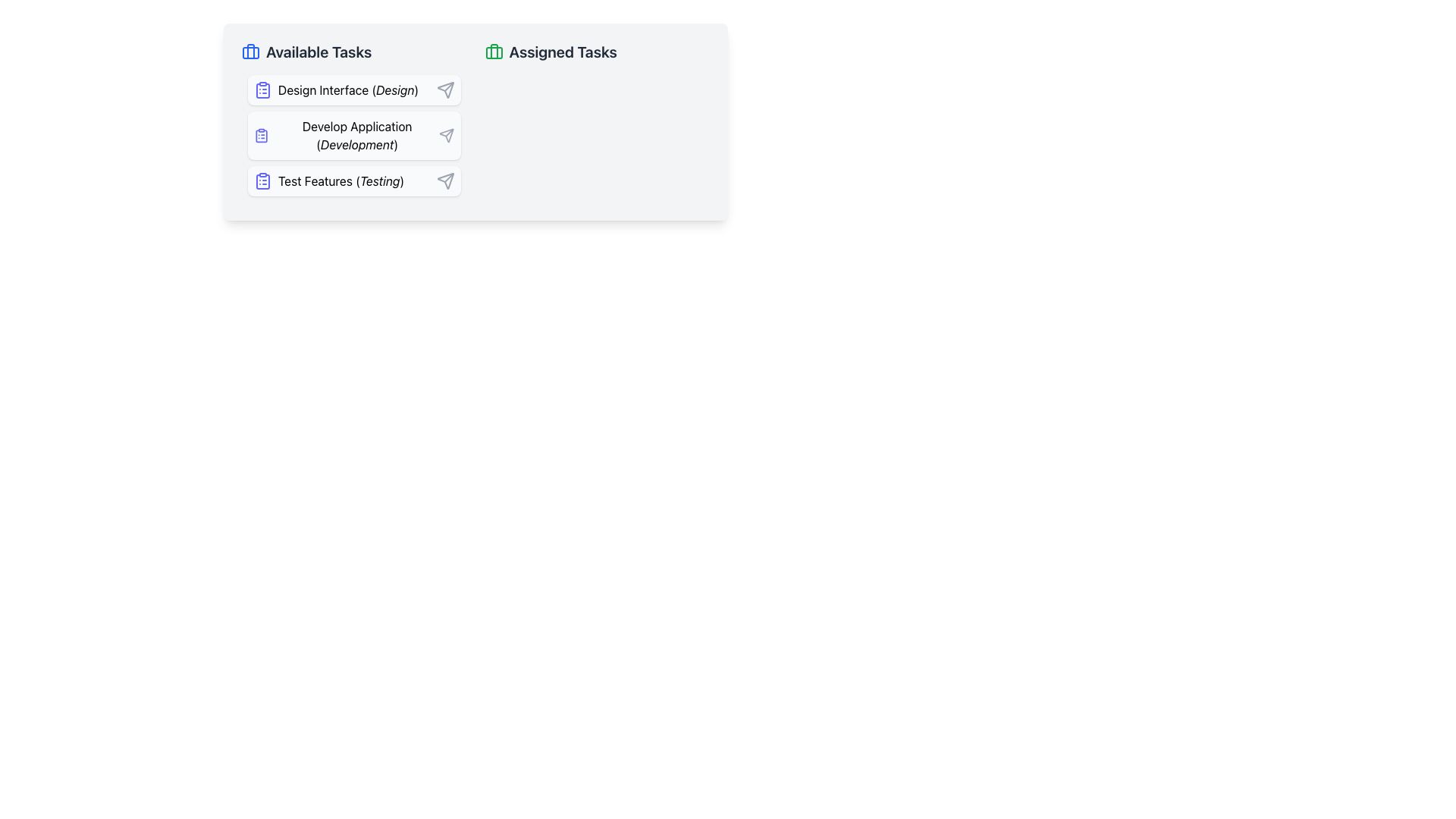 Image resolution: width=1456 pixels, height=819 pixels. Describe the element at coordinates (251, 51) in the screenshot. I see `the vertical line element styled as part of a briefcase icon located adjacent to the 'Available Tasks' title in the top left region of the interface` at that location.